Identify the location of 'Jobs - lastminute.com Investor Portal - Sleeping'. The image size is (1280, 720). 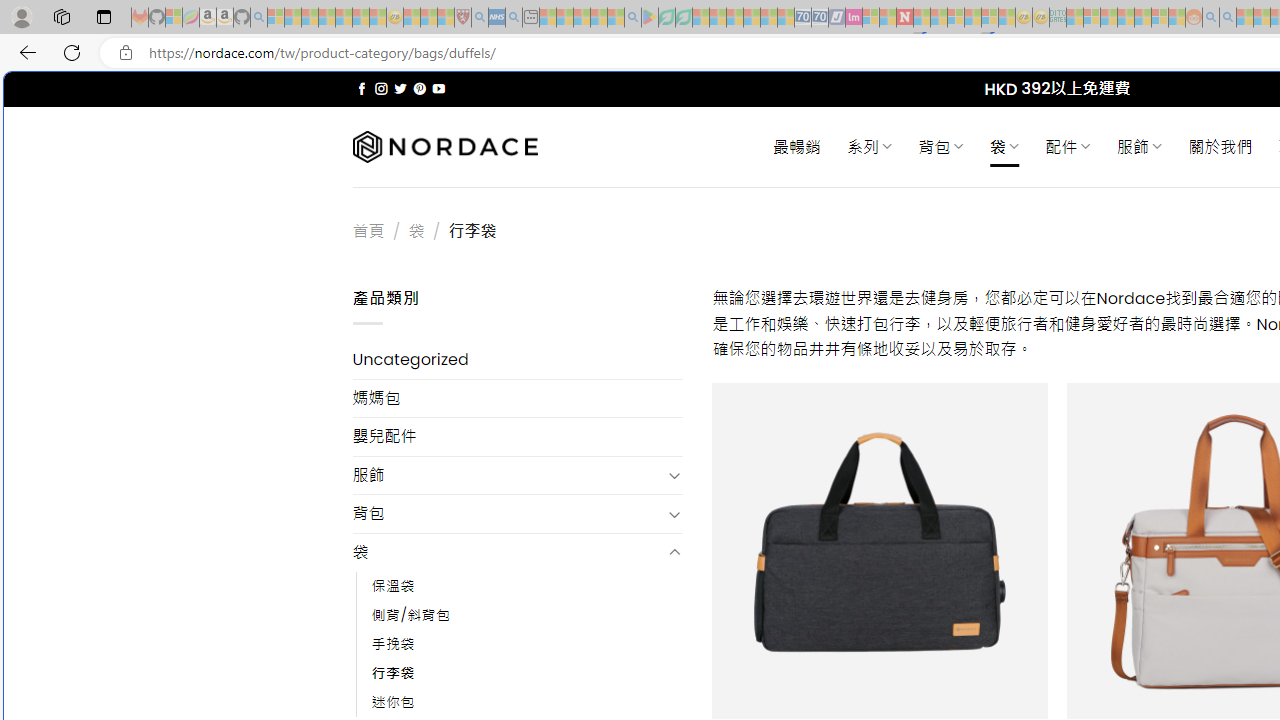
(853, 17).